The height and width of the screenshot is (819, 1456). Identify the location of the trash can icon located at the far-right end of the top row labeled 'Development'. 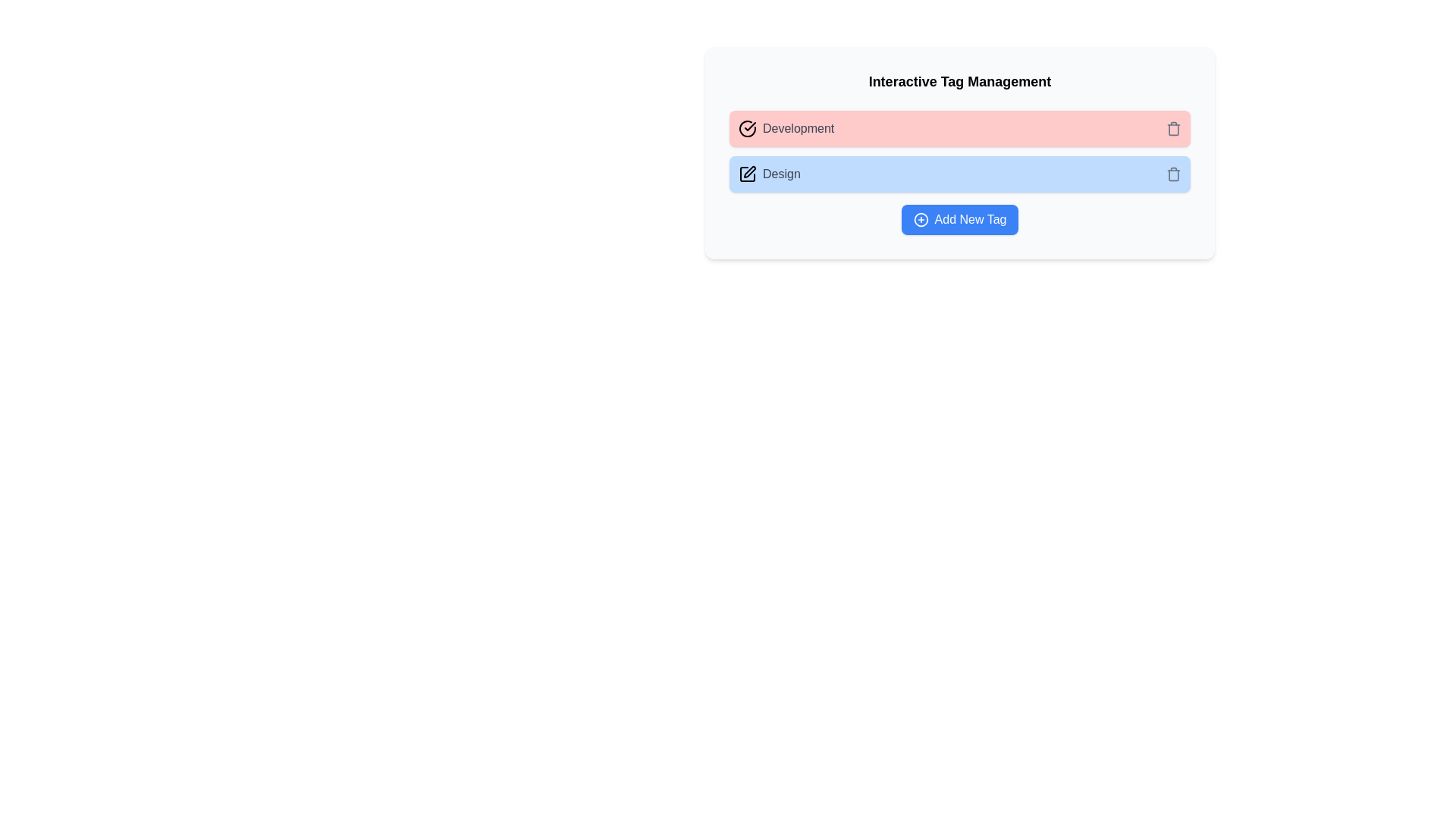
(1173, 128).